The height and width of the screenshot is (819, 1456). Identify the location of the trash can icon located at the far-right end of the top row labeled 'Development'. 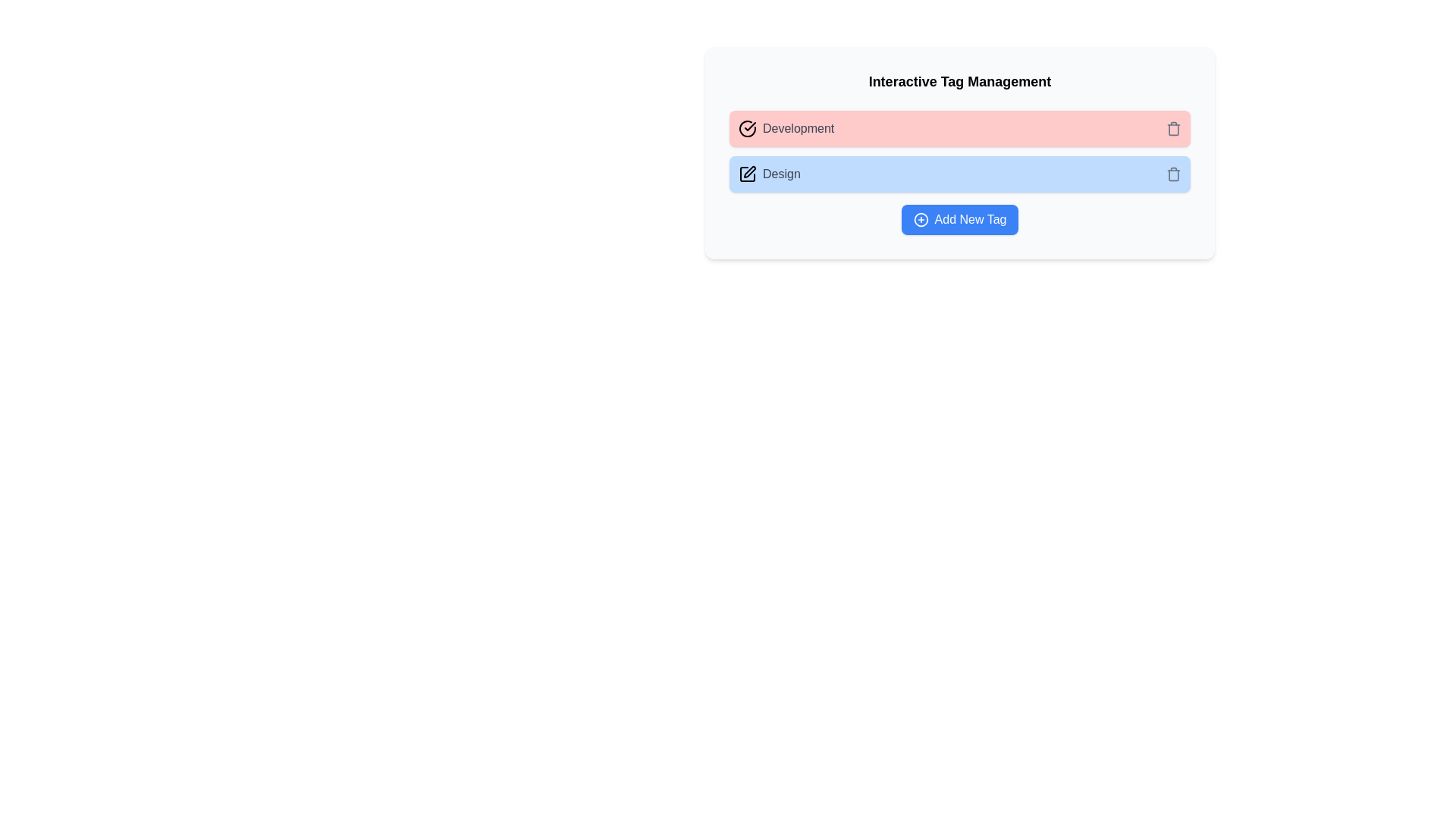
(1173, 128).